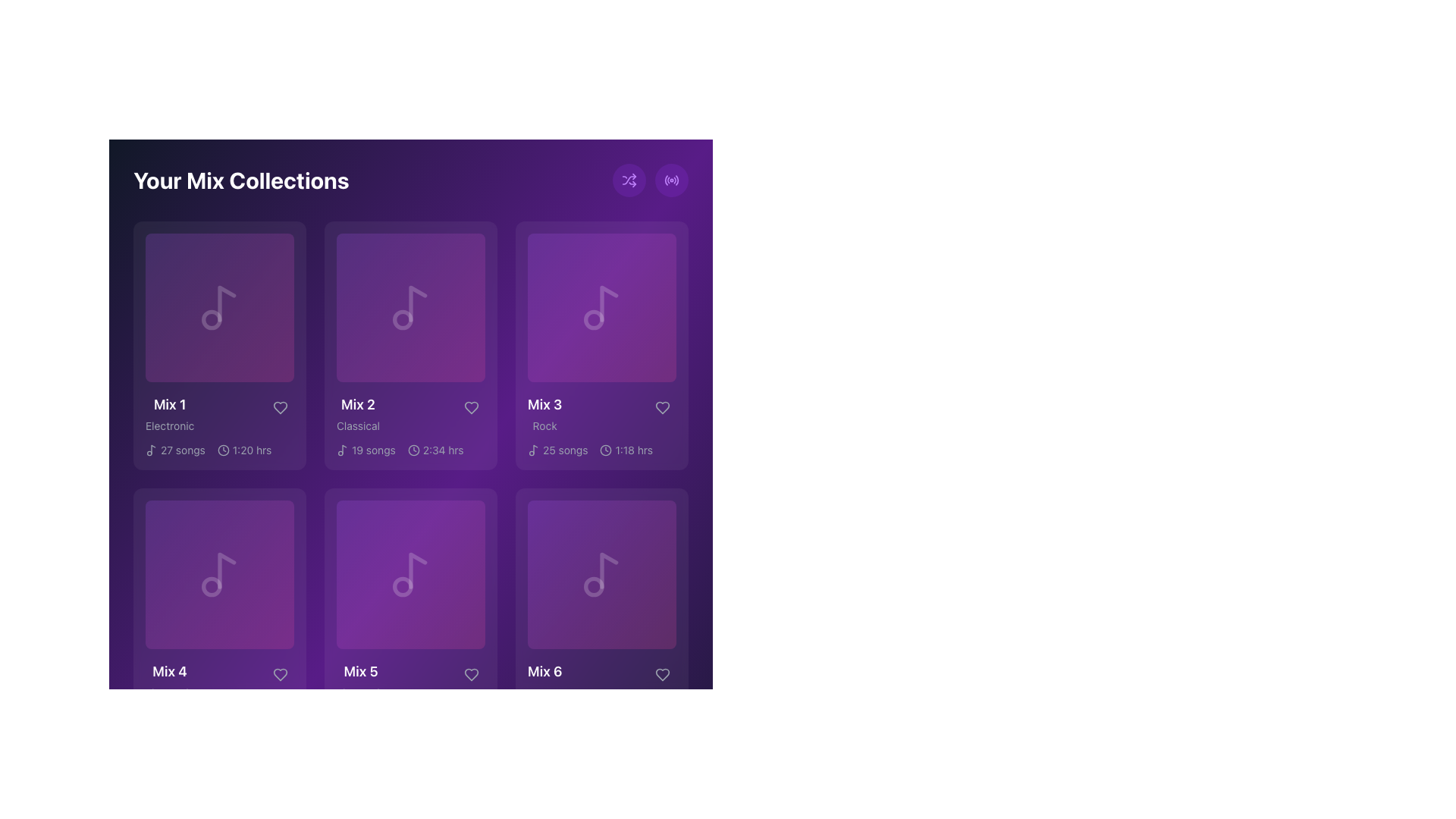 The image size is (1456, 819). Describe the element at coordinates (626, 450) in the screenshot. I see `the text element indicating the total duration of the mix labeled 'Mix 3', which is located in the third item of a grid layout, below '25 songs' and adjacent to the clock icon` at that location.